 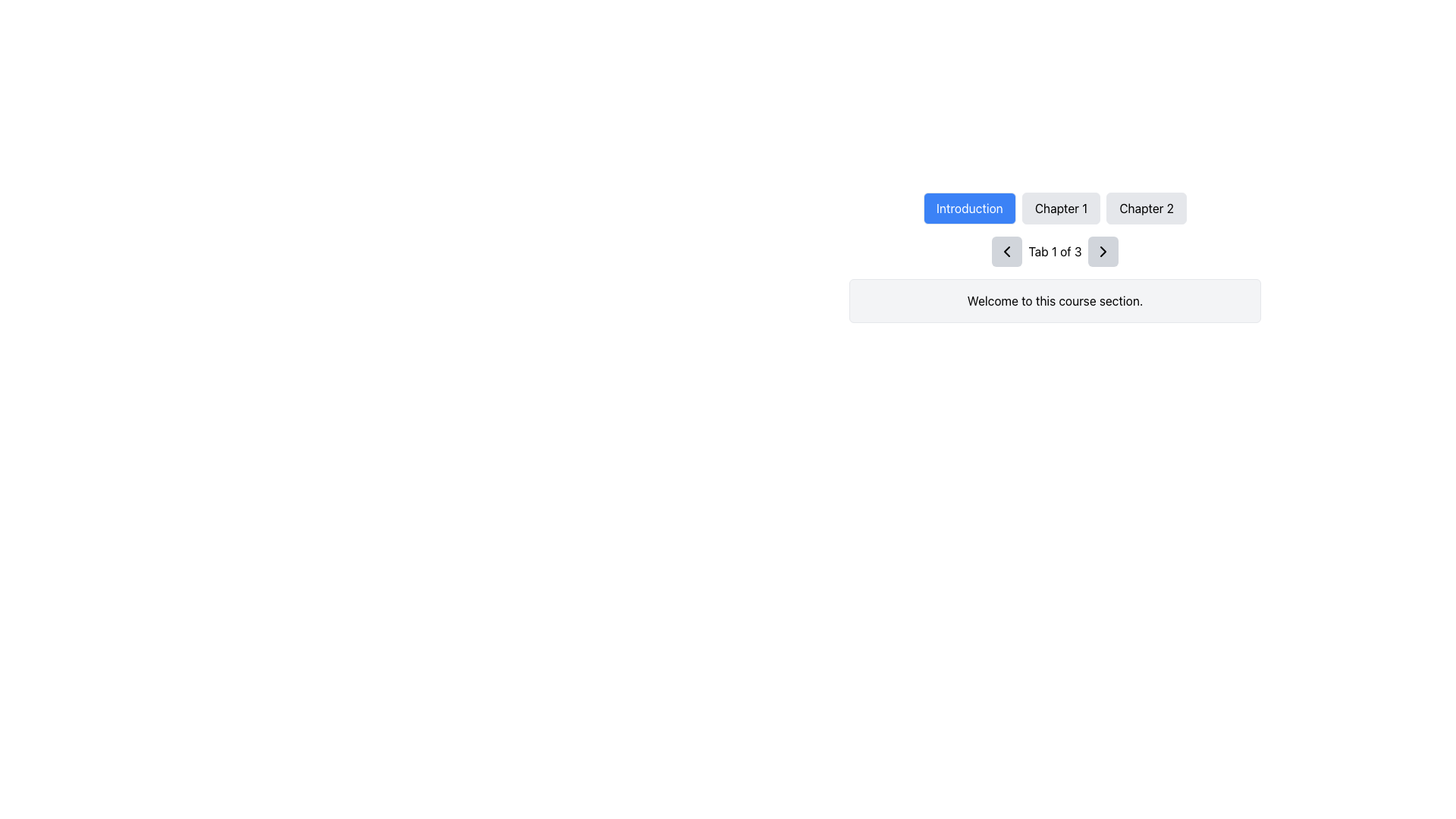 I want to click on the second button in a group of three horizontally aligned buttons, so click(x=1060, y=208).